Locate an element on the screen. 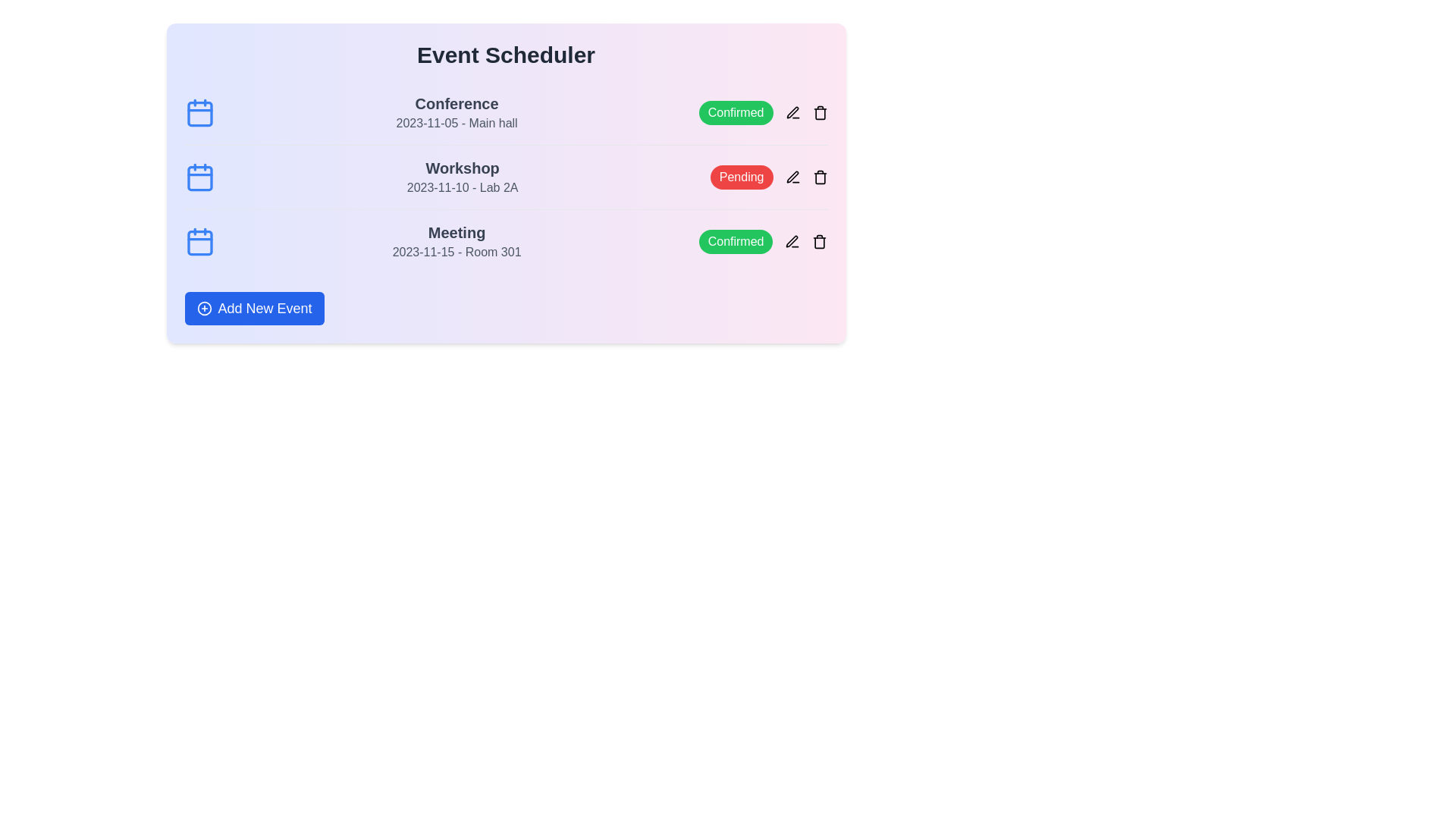 The image size is (1456, 819). the second icon from the left, positioned to the right of the 'Confirmed' label in the third row is located at coordinates (792, 241).